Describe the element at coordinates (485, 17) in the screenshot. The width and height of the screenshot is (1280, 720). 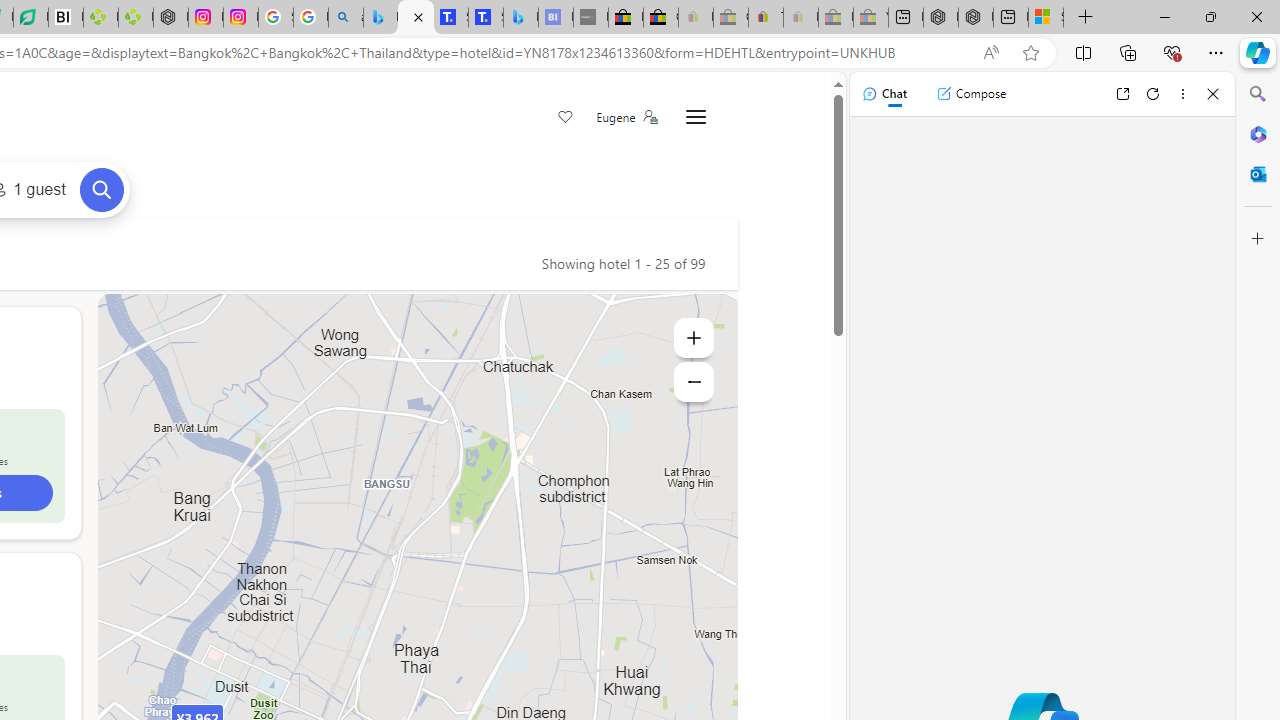
I see `'Shangri-La Bangkok, Hotel reviews and Room rates'` at that location.